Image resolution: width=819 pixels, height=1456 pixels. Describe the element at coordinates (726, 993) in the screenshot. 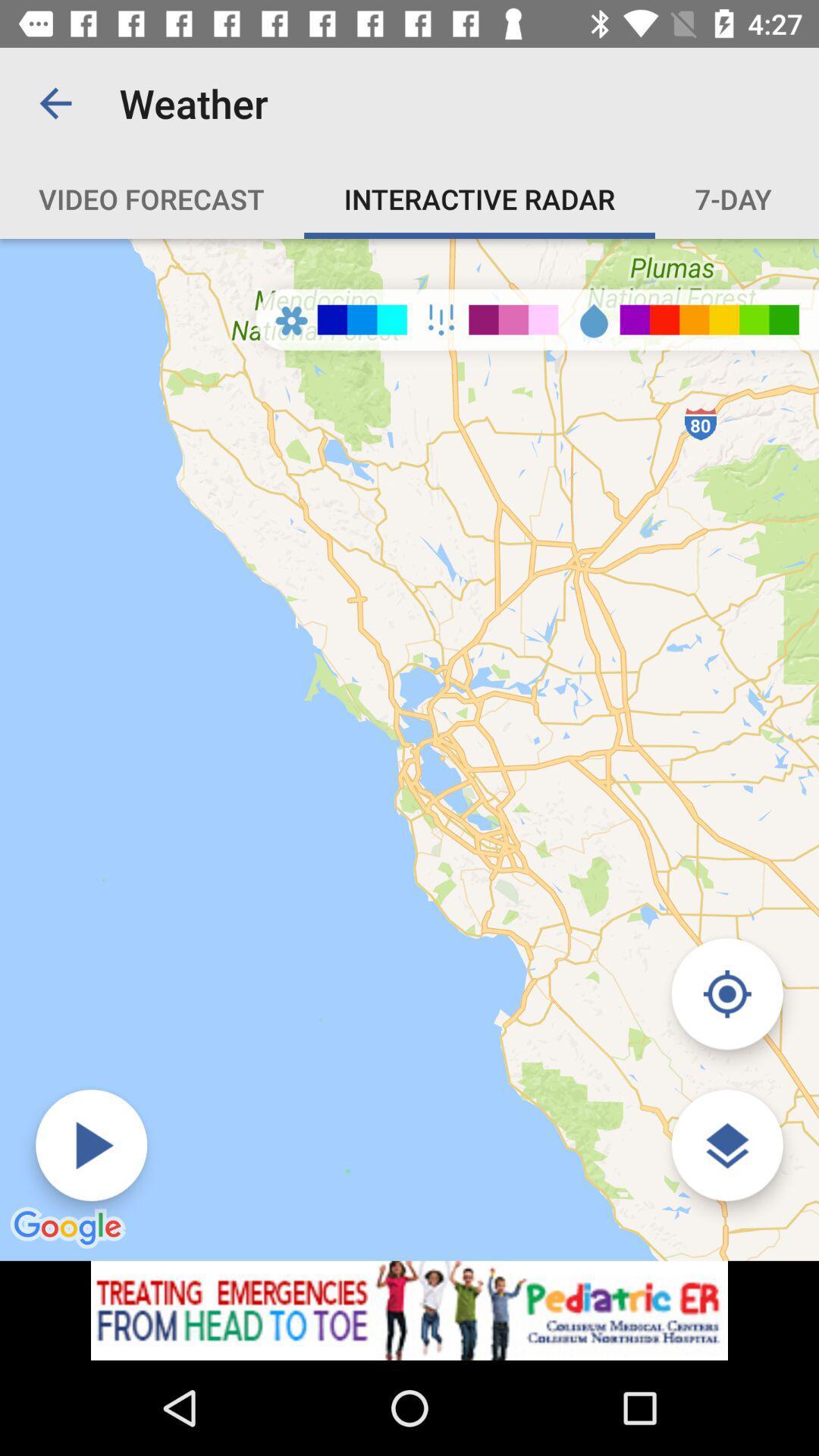

I see `the location_crosshair icon` at that location.